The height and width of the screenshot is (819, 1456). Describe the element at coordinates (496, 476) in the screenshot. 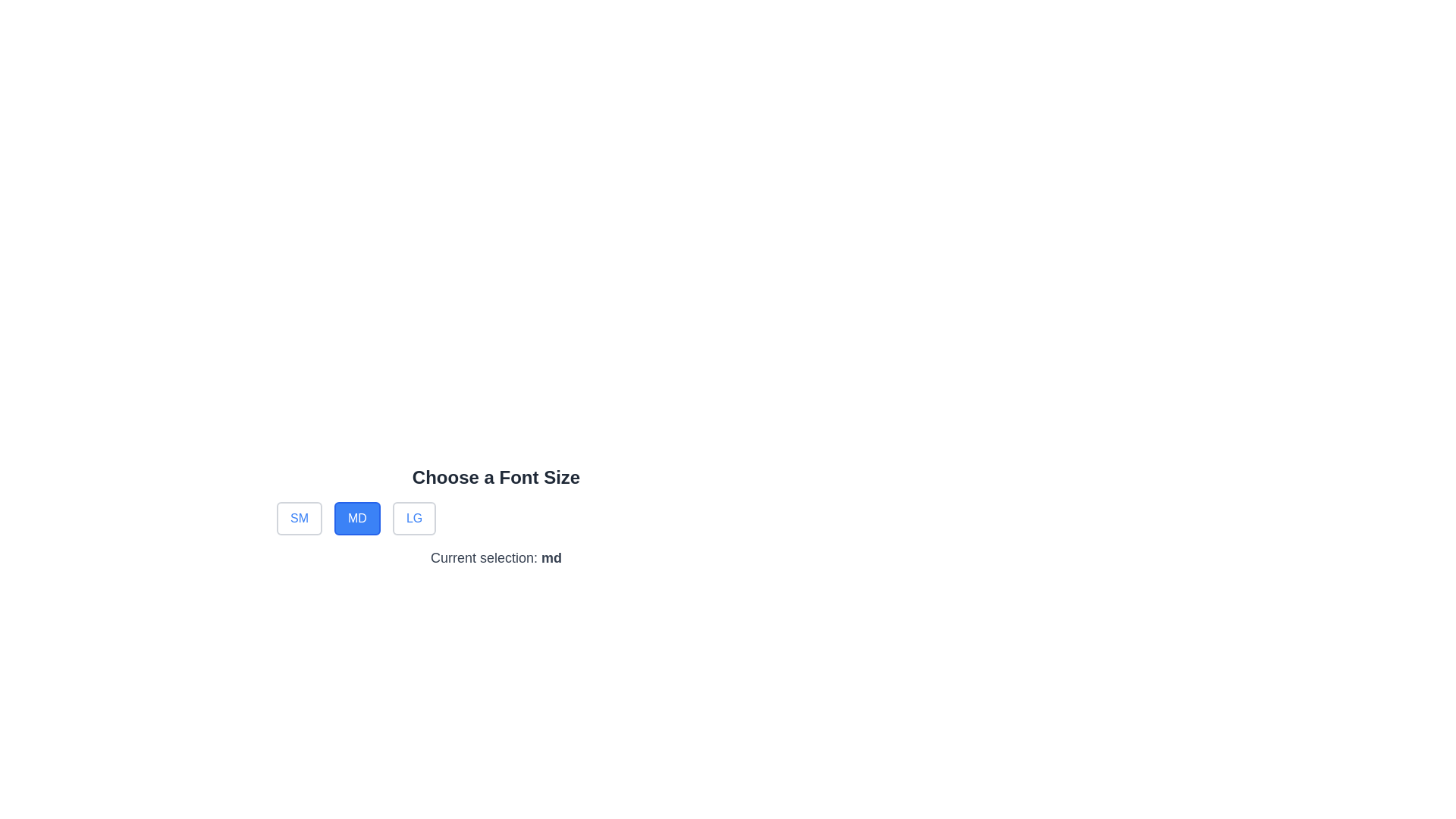

I see `the Text header that indicates font size selection, positioned at the top center above size selection buttons ('SM', 'MD', 'LG')` at that location.